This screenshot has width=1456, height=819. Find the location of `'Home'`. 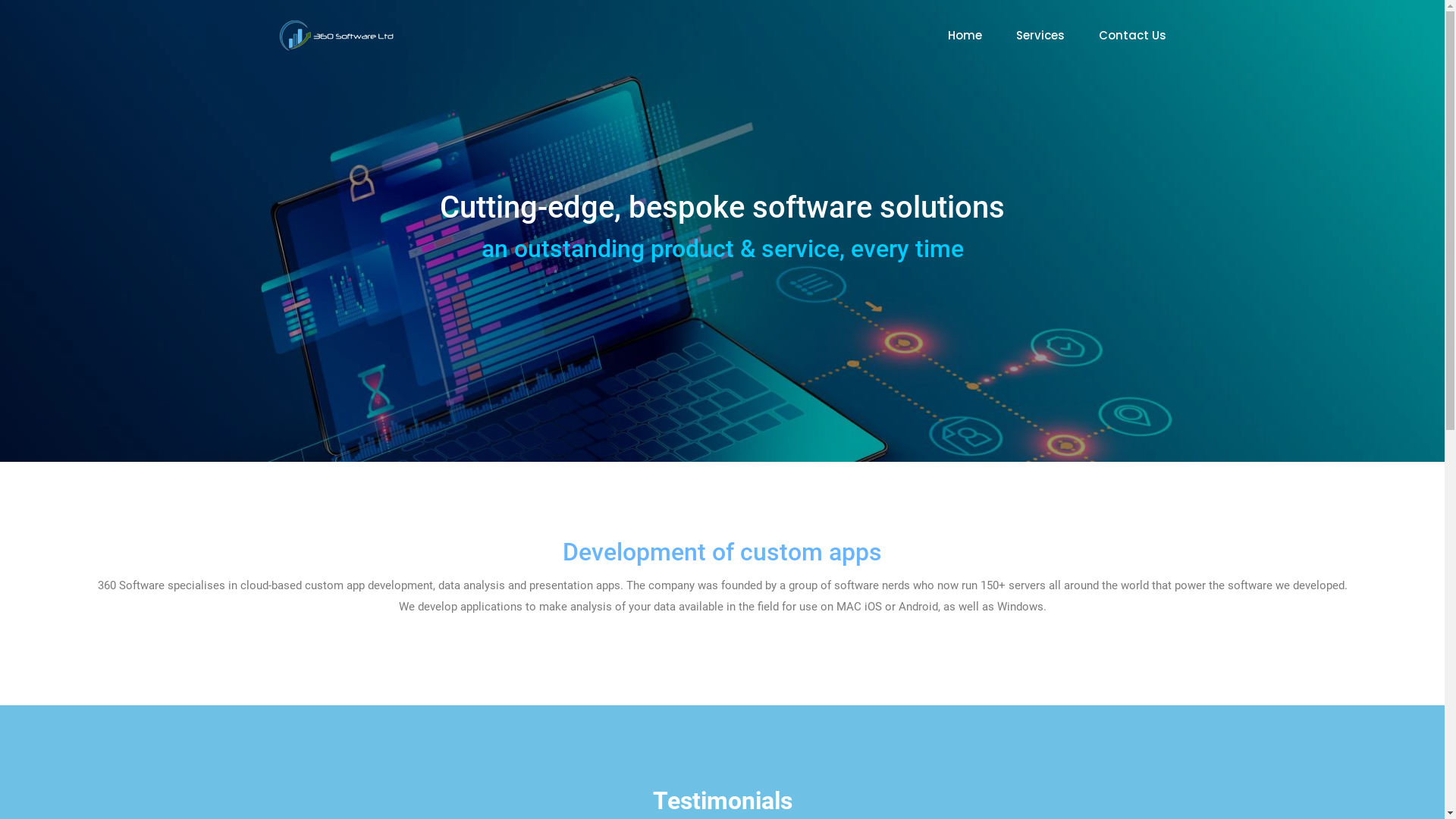

'Home' is located at coordinates (946, 34).